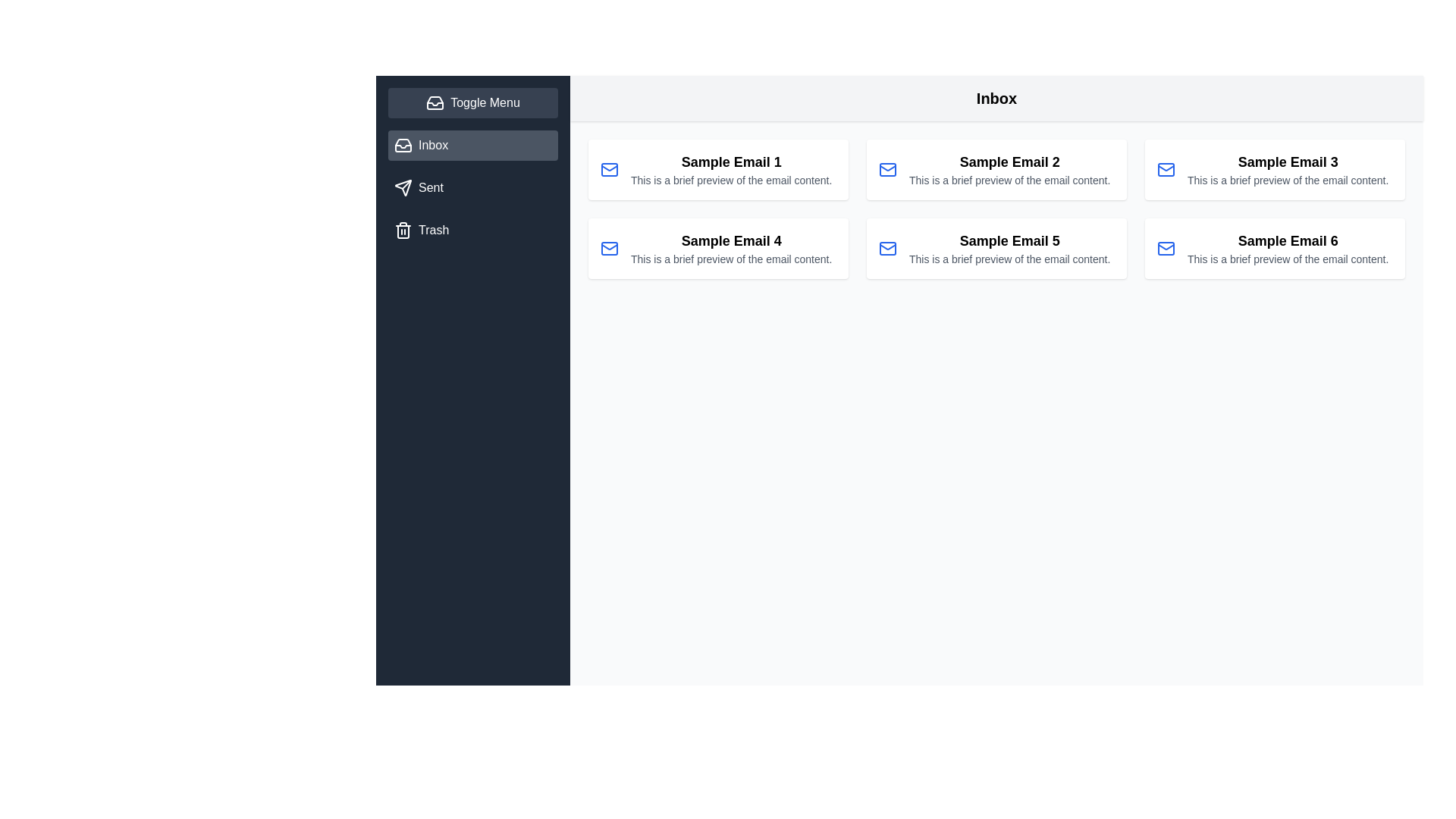  I want to click on the mail icon representing 'Sample Email 3' located in the top row and third column of the inbox grid, so click(1165, 169).